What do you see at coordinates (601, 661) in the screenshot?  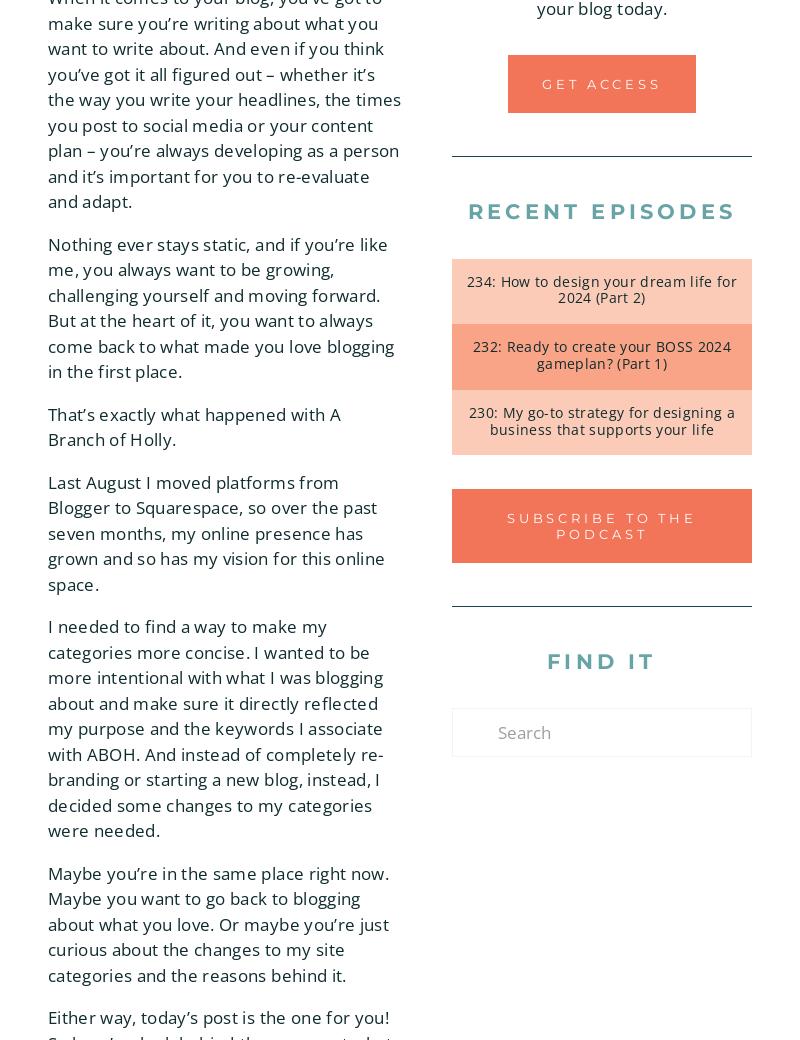 I see `'find it'` at bounding box center [601, 661].